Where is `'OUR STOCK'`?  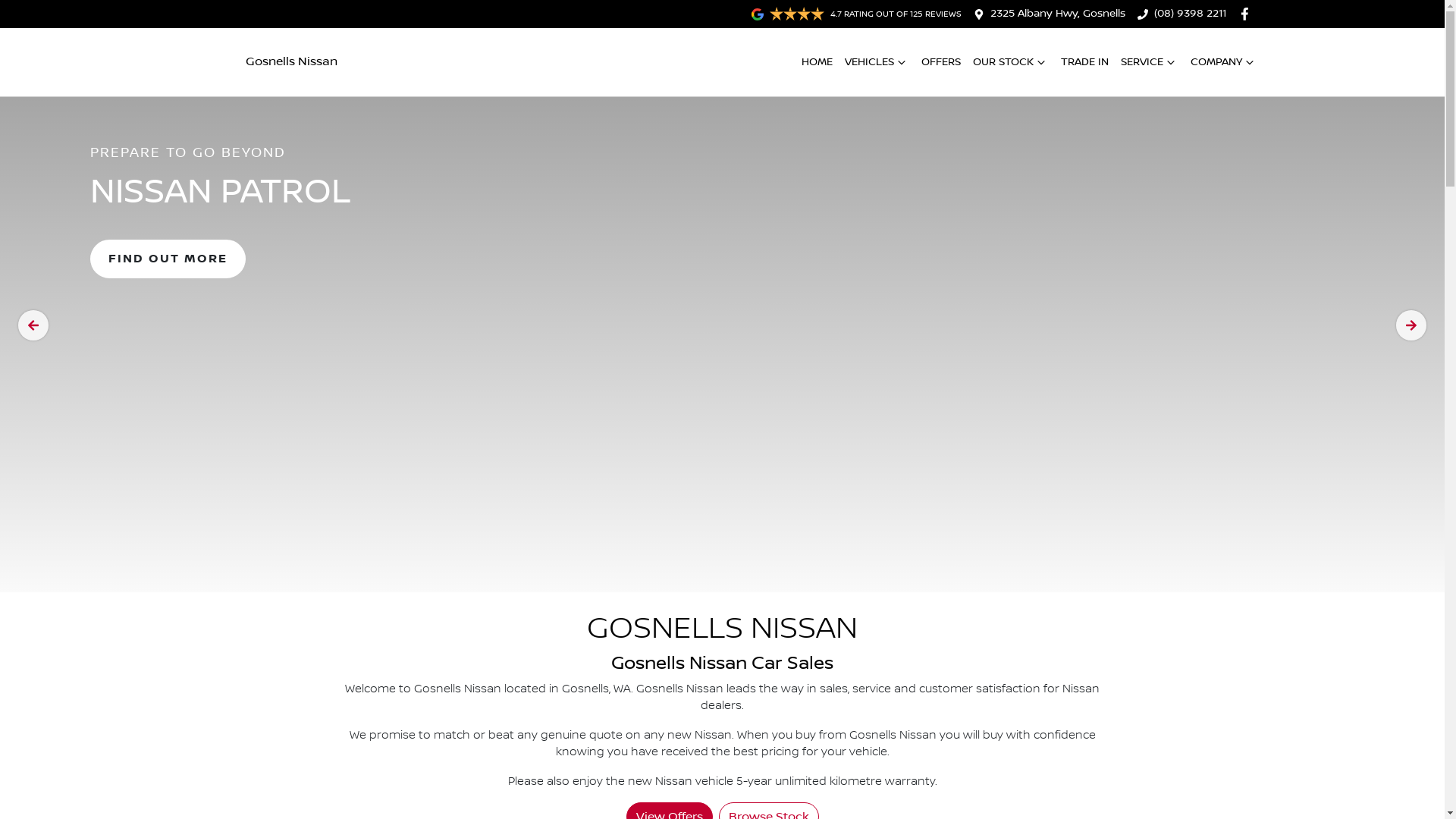 'OUR STOCK' is located at coordinates (1010, 61).